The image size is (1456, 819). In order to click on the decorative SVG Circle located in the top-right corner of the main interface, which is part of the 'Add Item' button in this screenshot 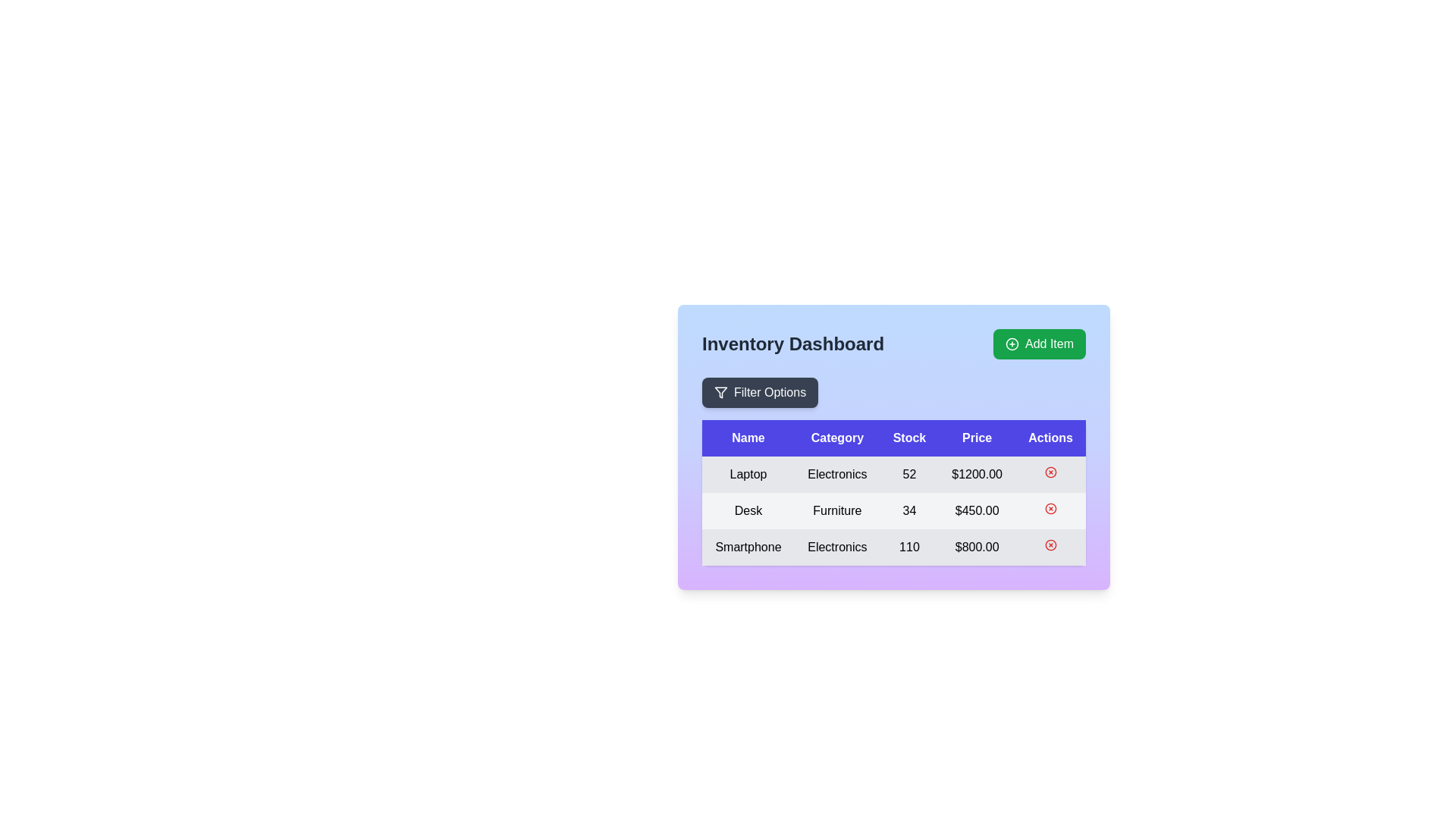, I will do `click(1012, 344)`.